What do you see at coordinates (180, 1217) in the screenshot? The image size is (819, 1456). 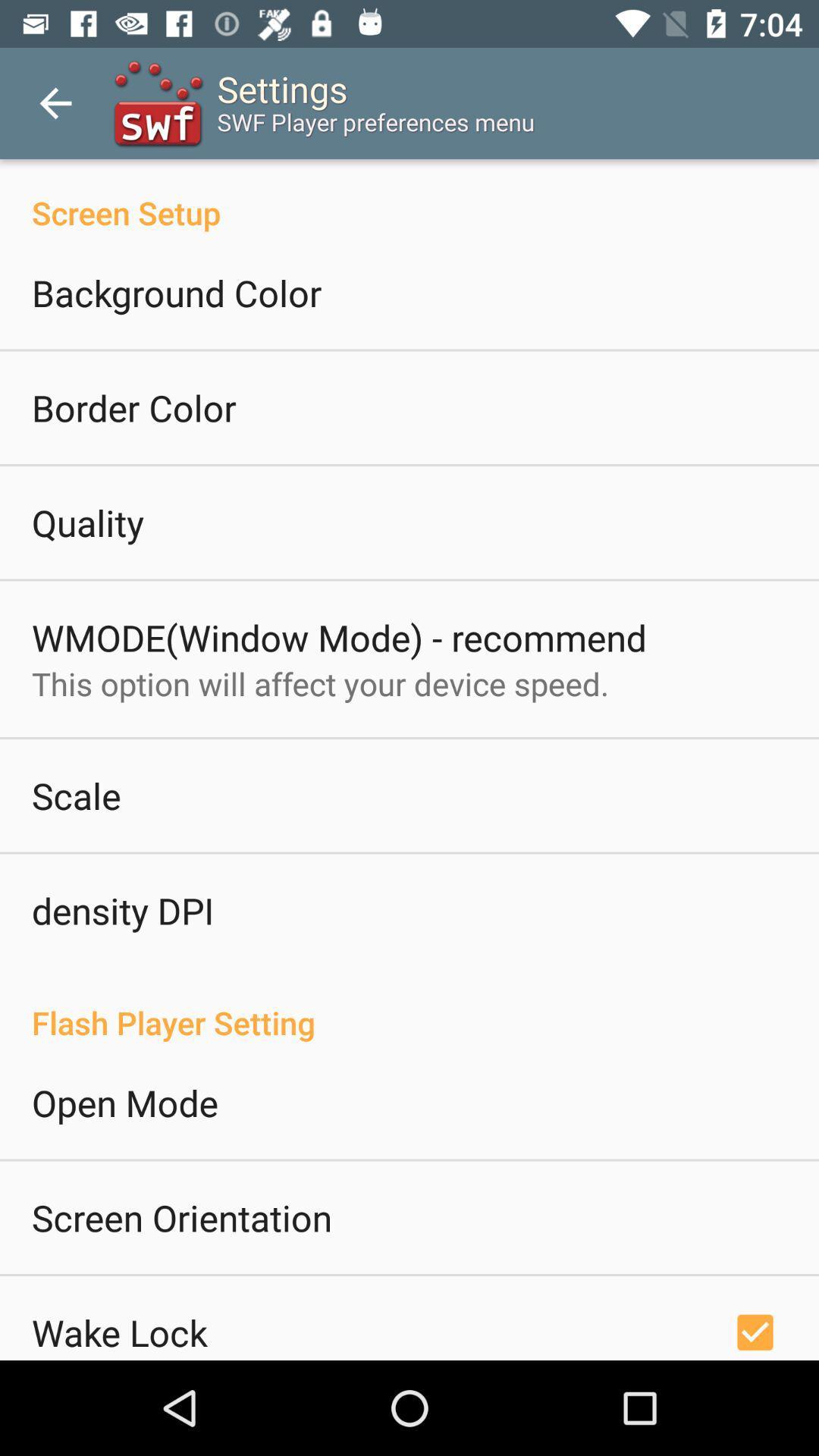 I see `icon below the open mode icon` at bounding box center [180, 1217].